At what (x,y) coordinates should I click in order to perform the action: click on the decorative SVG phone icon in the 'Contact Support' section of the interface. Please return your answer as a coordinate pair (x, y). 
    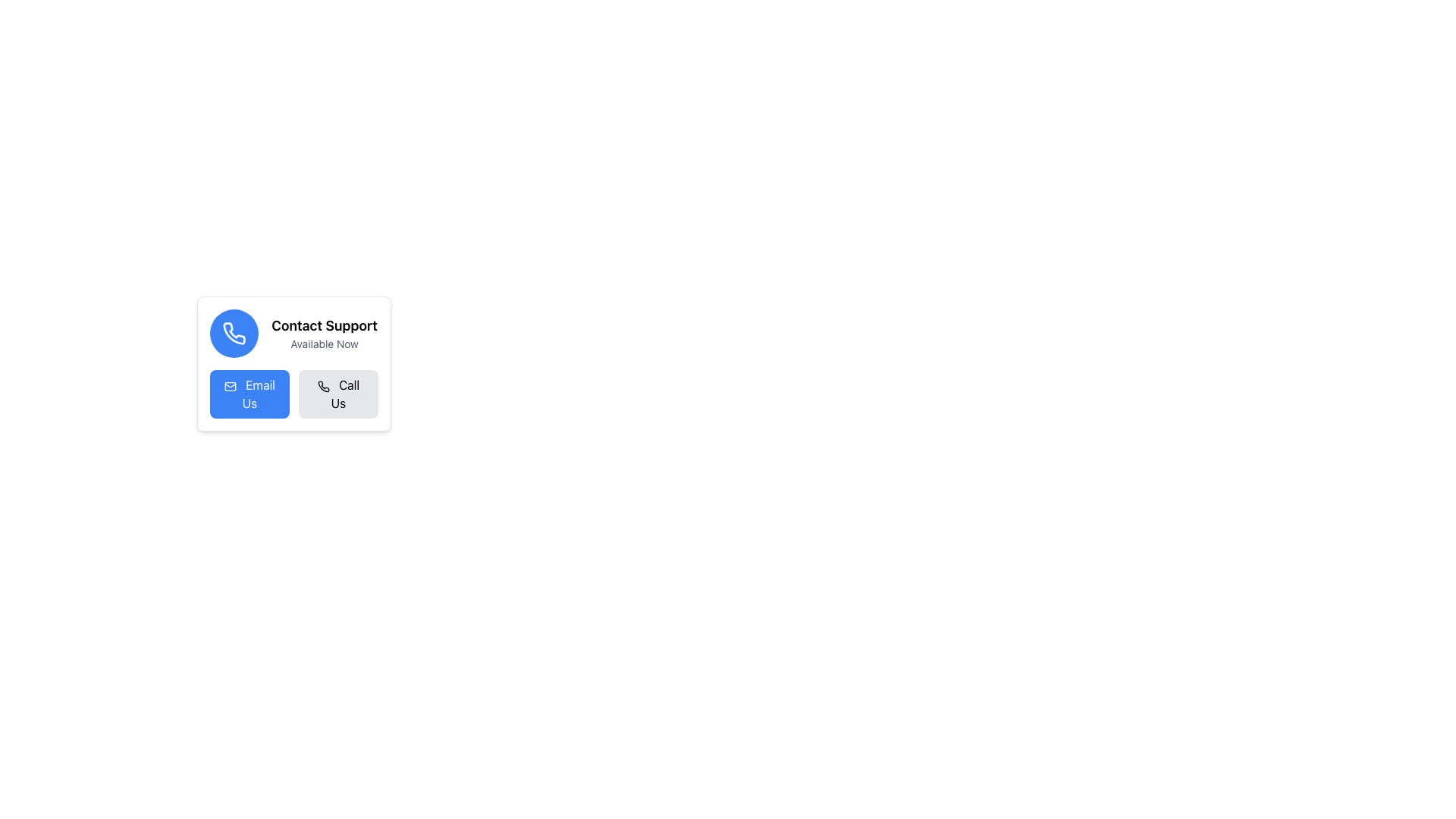
    Looking at the image, I should click on (322, 385).